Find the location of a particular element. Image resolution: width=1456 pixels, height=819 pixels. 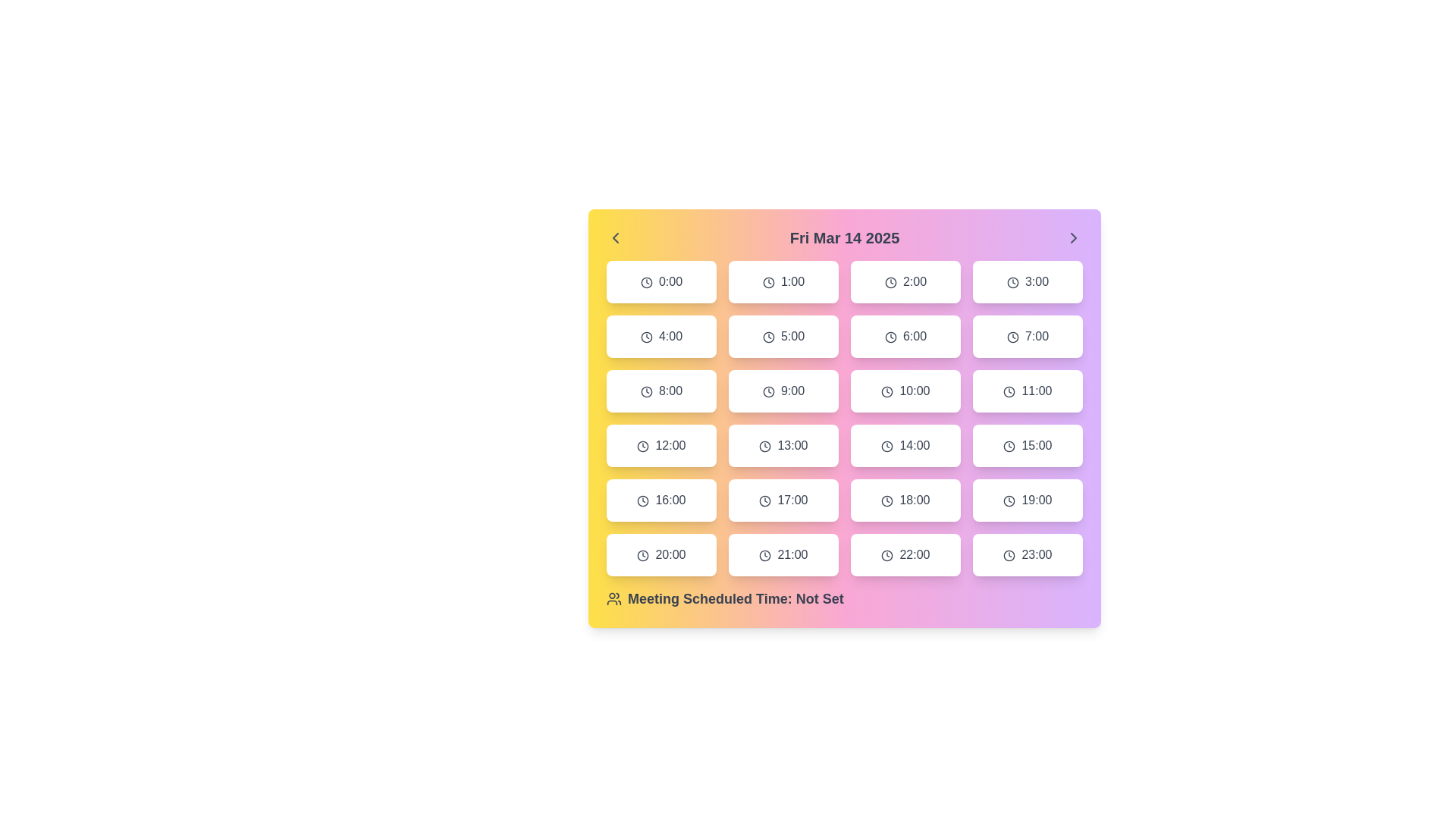

decorative circle component within the clock icon located in the button labeled '5:00' for development purposes is located at coordinates (768, 336).